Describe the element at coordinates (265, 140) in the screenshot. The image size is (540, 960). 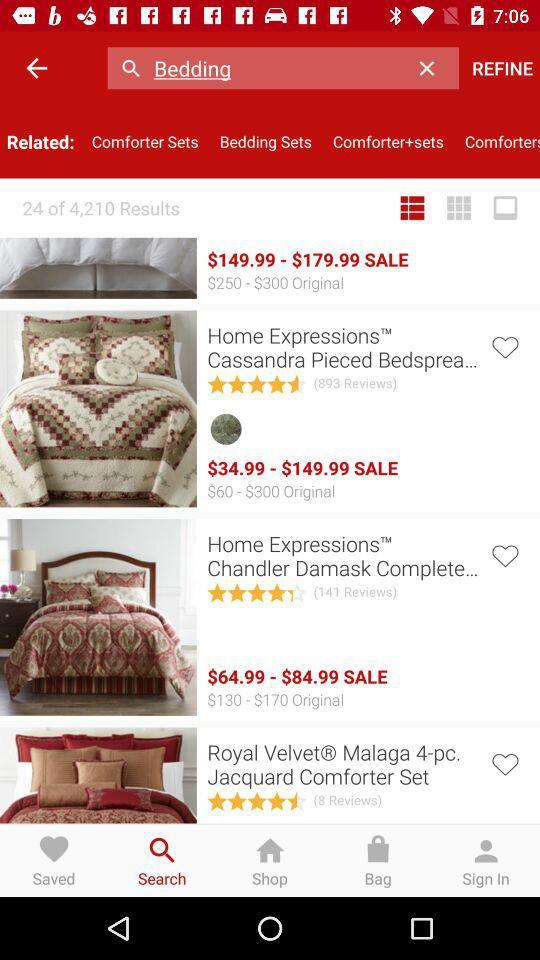
I see `icon above 149 99 179 icon` at that location.